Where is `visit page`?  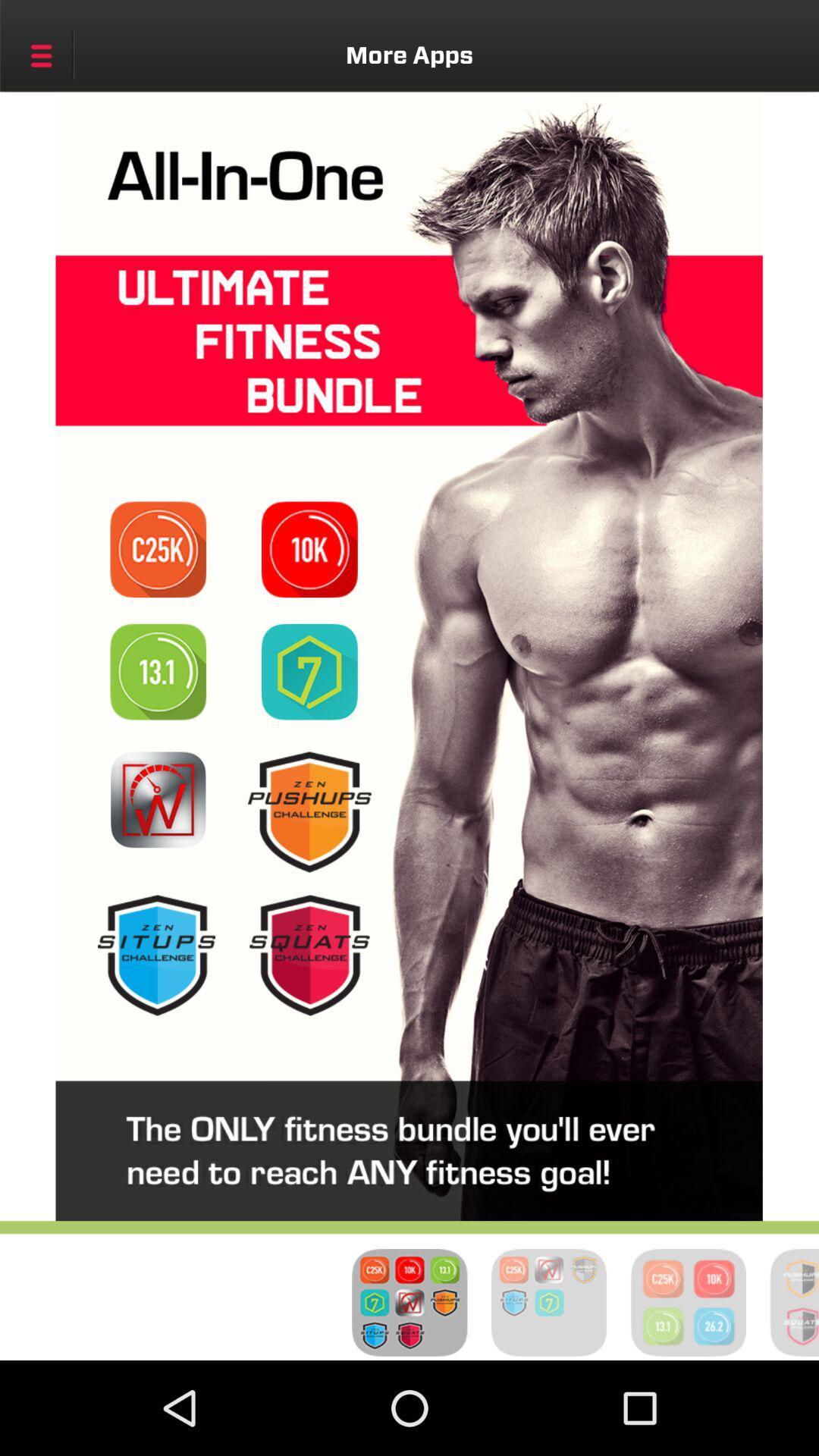 visit page is located at coordinates (309, 548).